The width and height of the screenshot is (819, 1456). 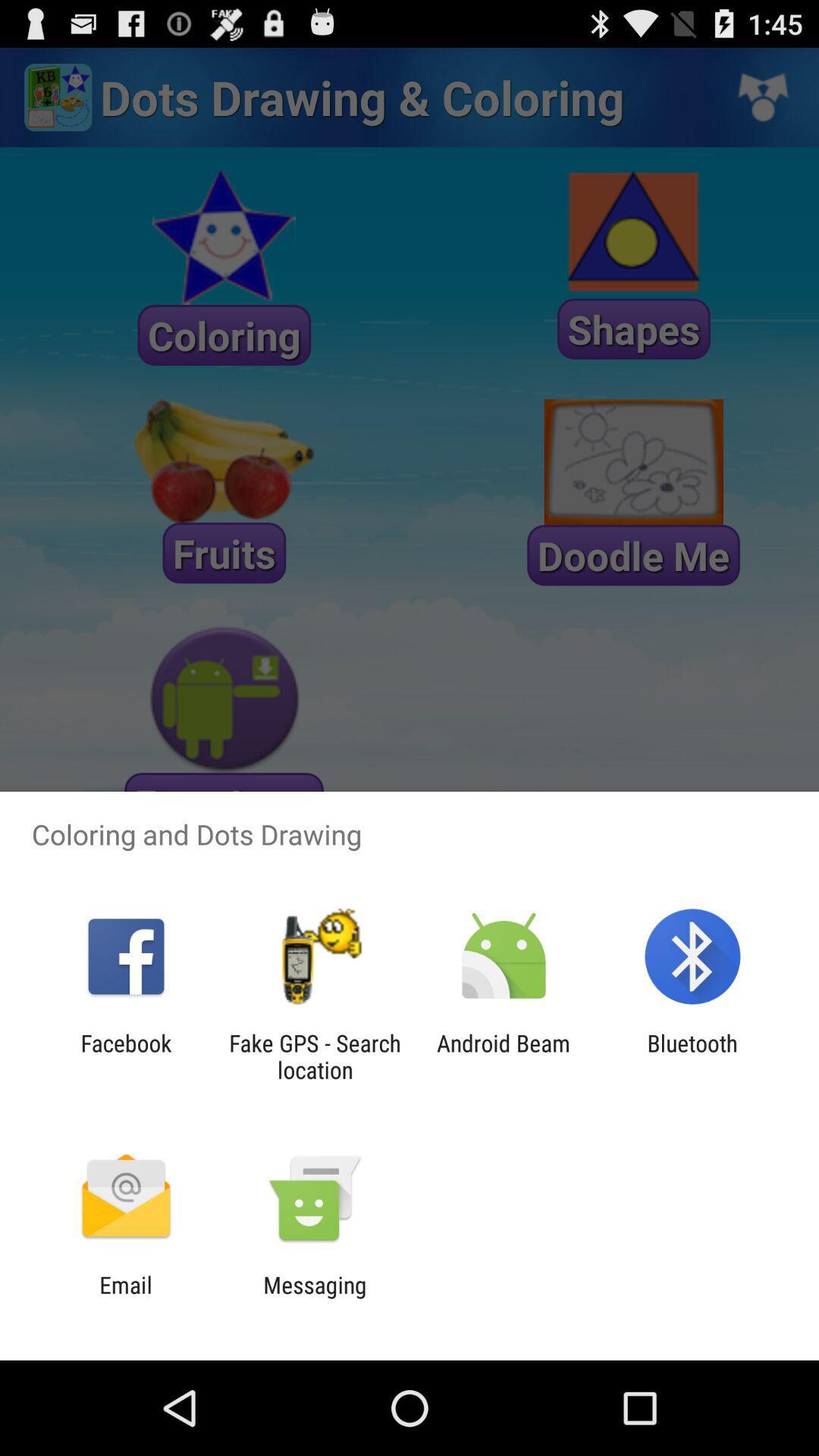 What do you see at coordinates (692, 1056) in the screenshot?
I see `the bluetooth icon` at bounding box center [692, 1056].